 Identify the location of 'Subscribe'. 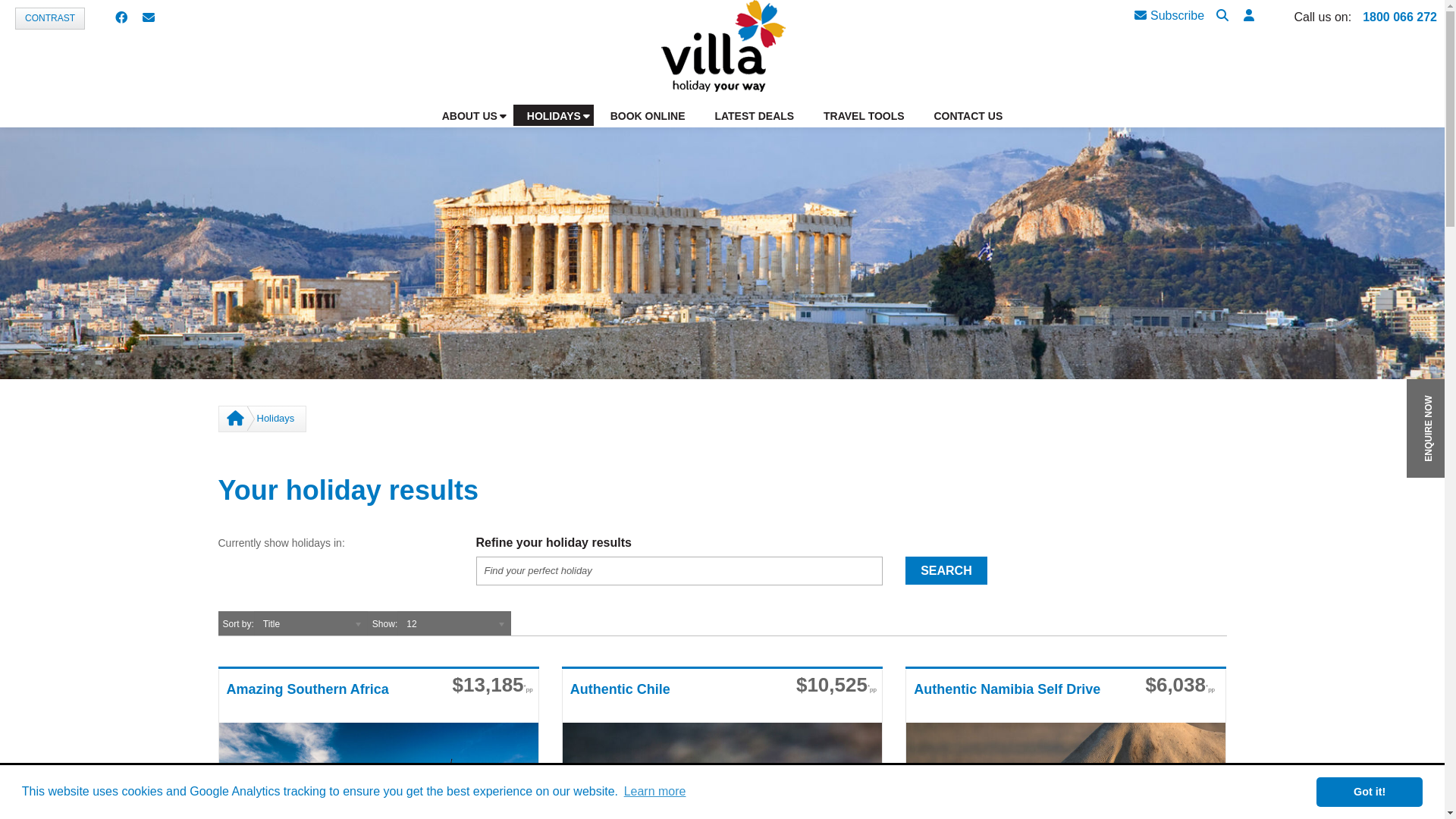
(1168, 16).